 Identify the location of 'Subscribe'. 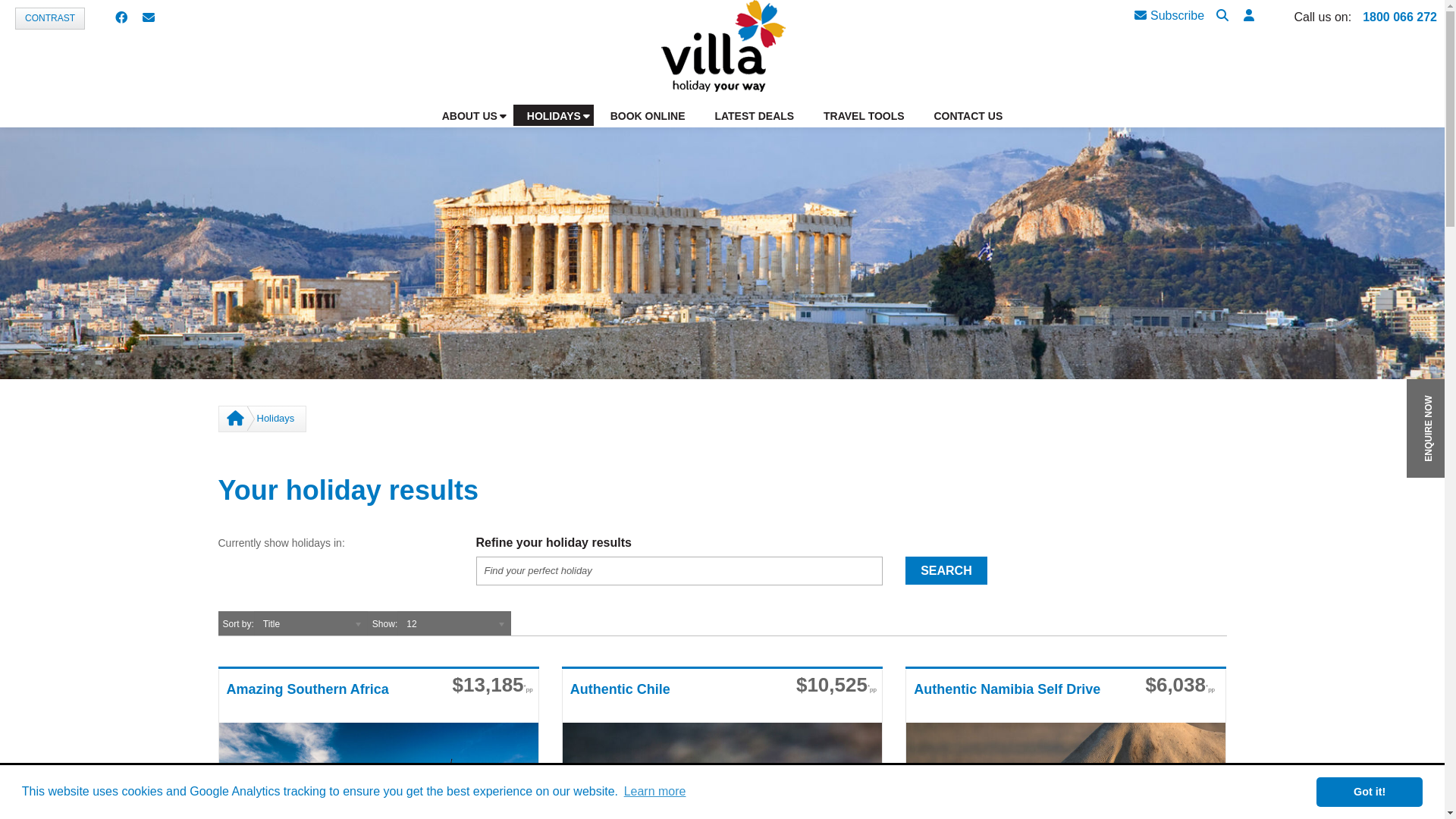
(1168, 16).